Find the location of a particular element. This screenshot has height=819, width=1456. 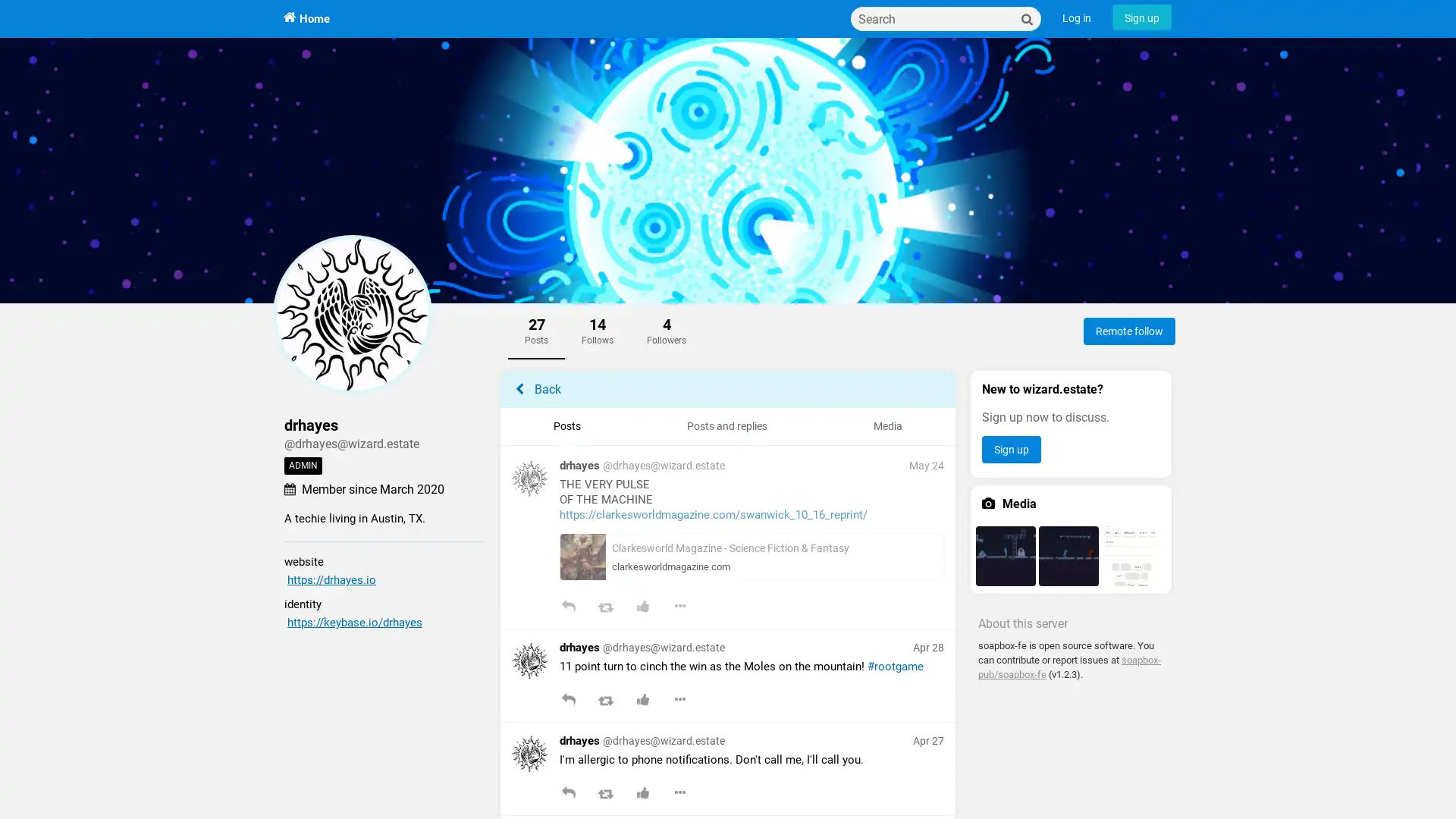

Back is located at coordinates (728, 388).